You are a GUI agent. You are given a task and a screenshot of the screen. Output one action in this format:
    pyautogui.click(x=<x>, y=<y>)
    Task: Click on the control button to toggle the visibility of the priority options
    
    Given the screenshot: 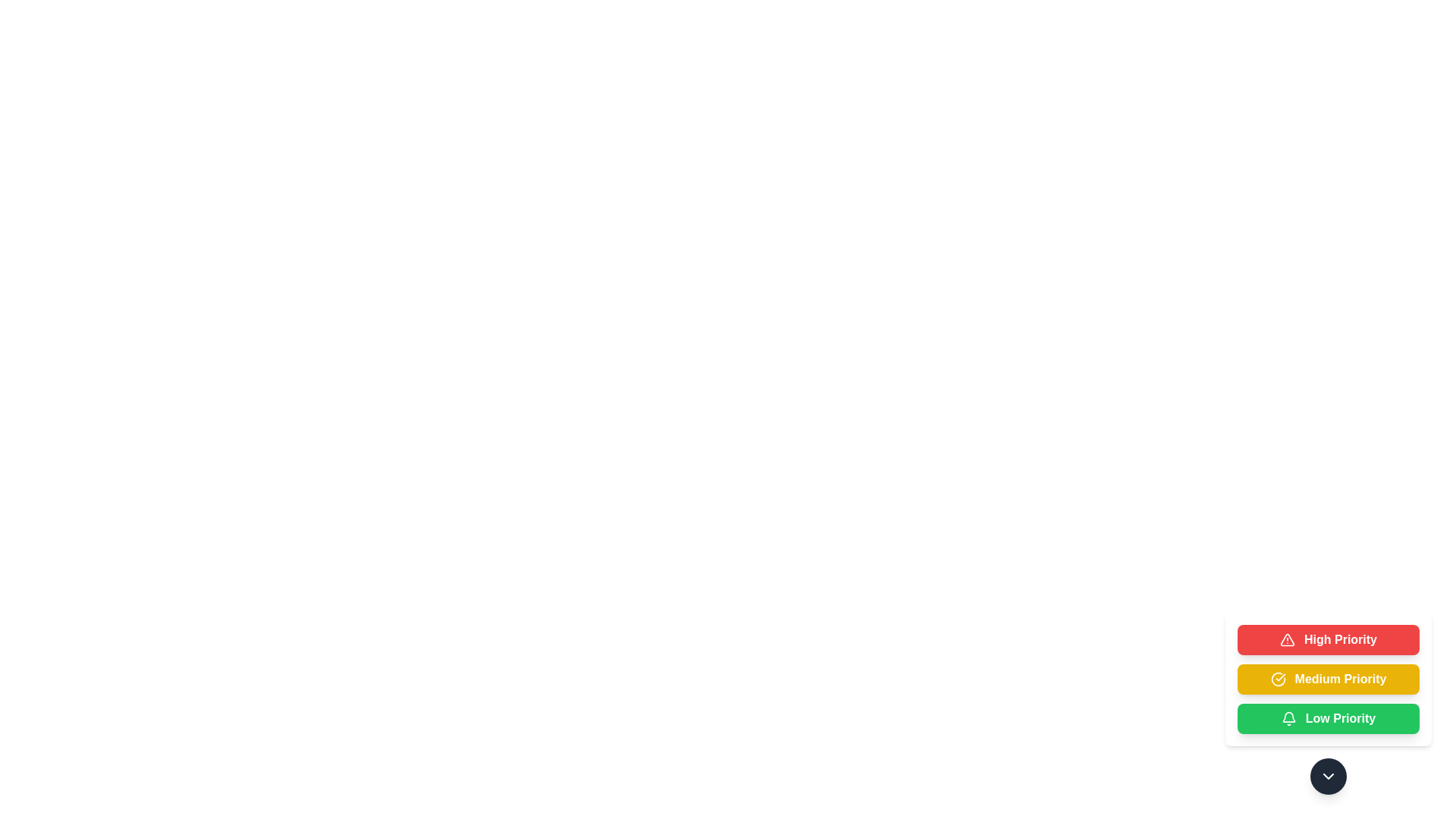 What is the action you would take?
    pyautogui.click(x=1328, y=776)
    